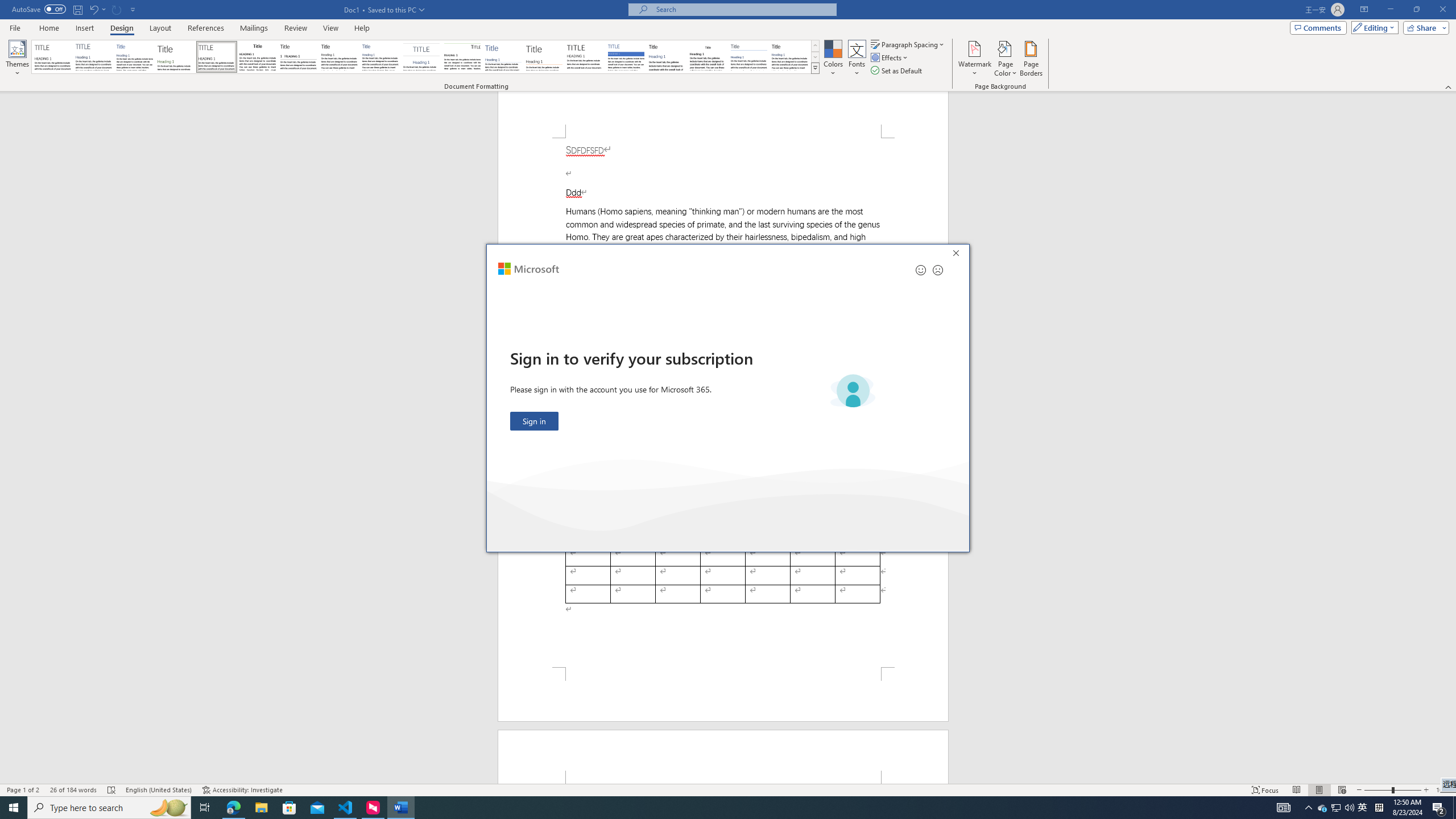 This screenshot has width=1456, height=819. Describe the element at coordinates (1443, 790) in the screenshot. I see `'Zoom 100%'` at that location.